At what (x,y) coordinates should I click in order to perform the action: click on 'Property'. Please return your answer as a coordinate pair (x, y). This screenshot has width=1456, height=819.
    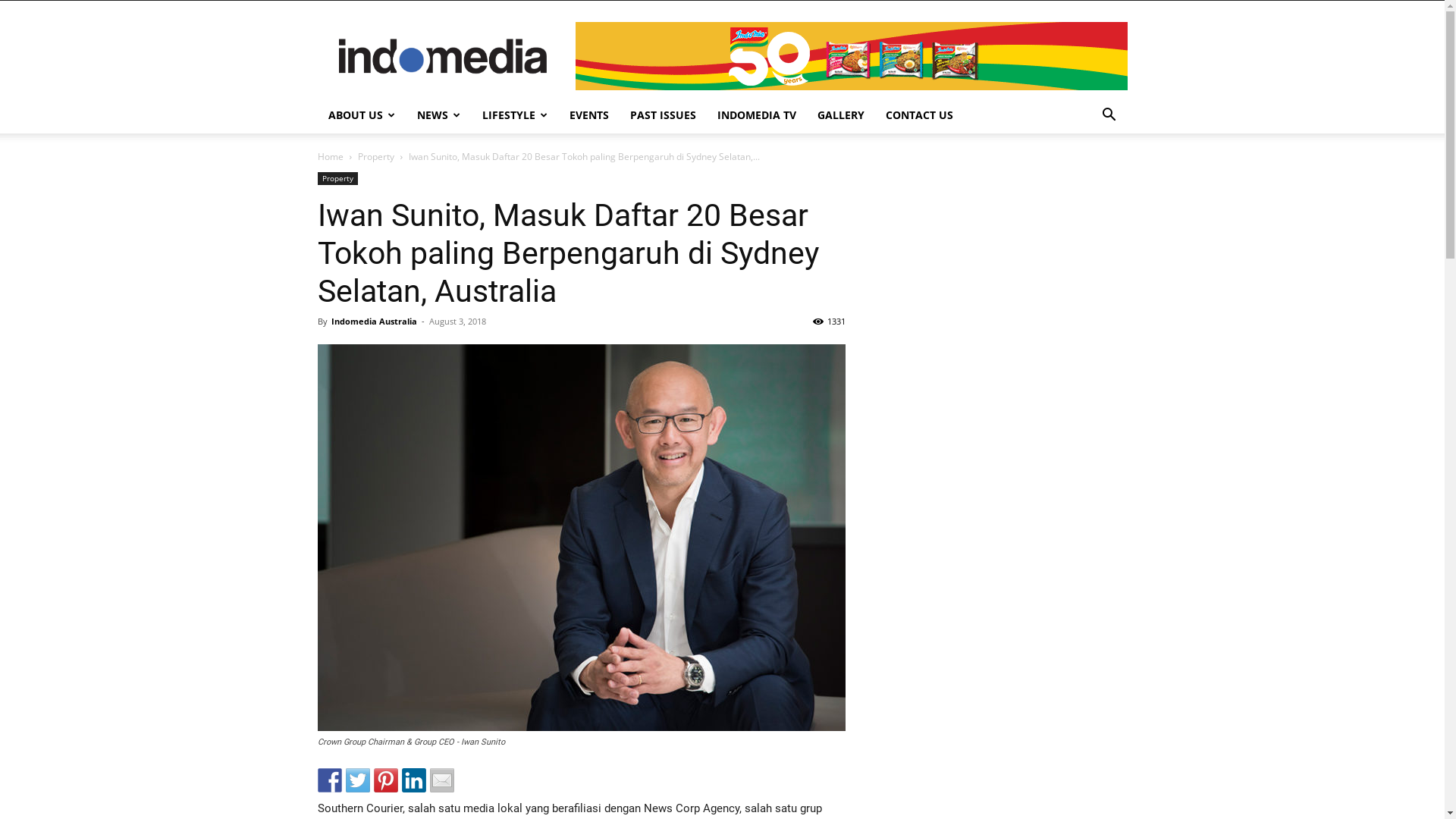
    Looking at the image, I should click on (336, 177).